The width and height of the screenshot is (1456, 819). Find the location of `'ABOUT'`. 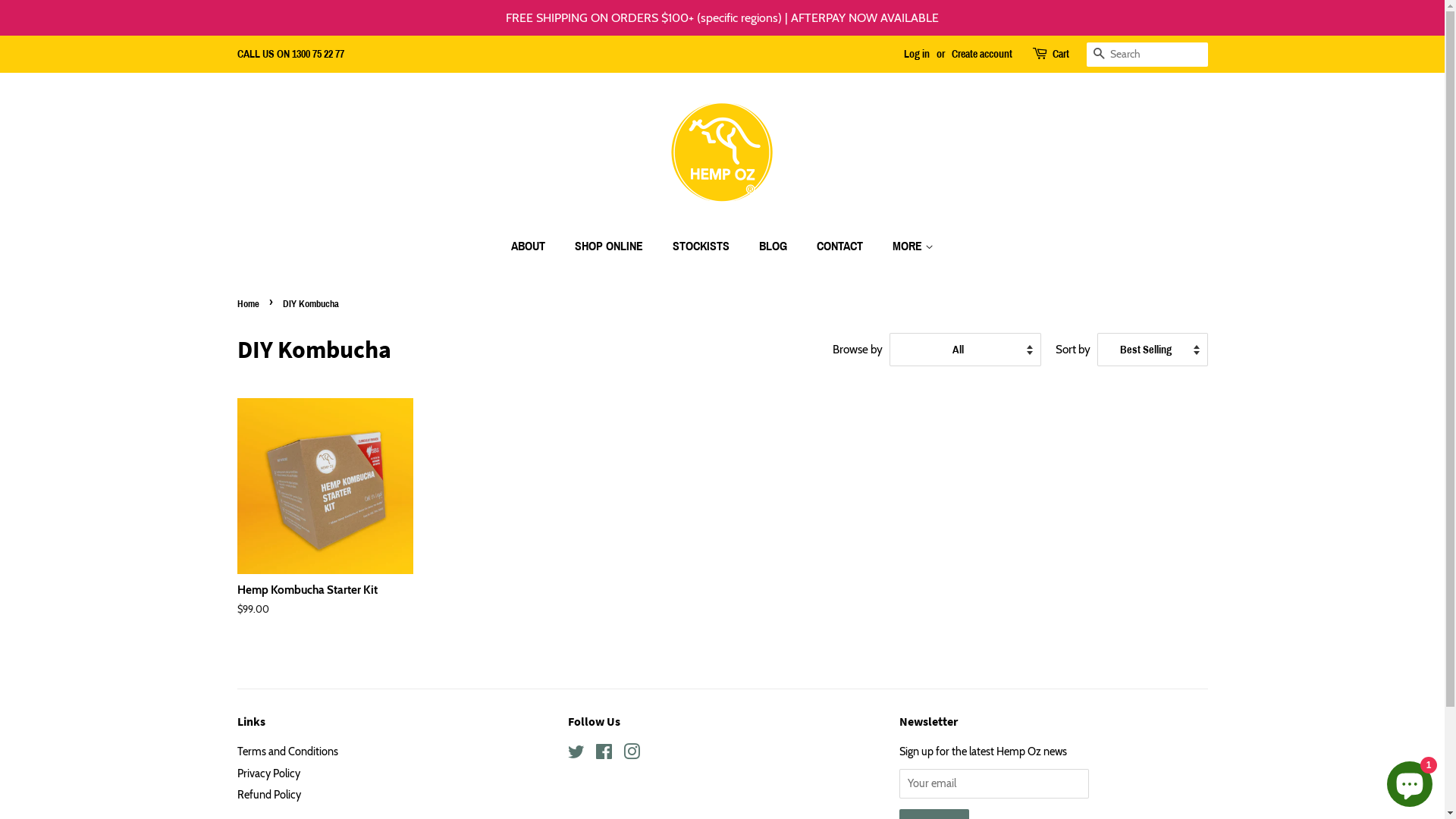

'ABOUT' is located at coordinates (535, 245).